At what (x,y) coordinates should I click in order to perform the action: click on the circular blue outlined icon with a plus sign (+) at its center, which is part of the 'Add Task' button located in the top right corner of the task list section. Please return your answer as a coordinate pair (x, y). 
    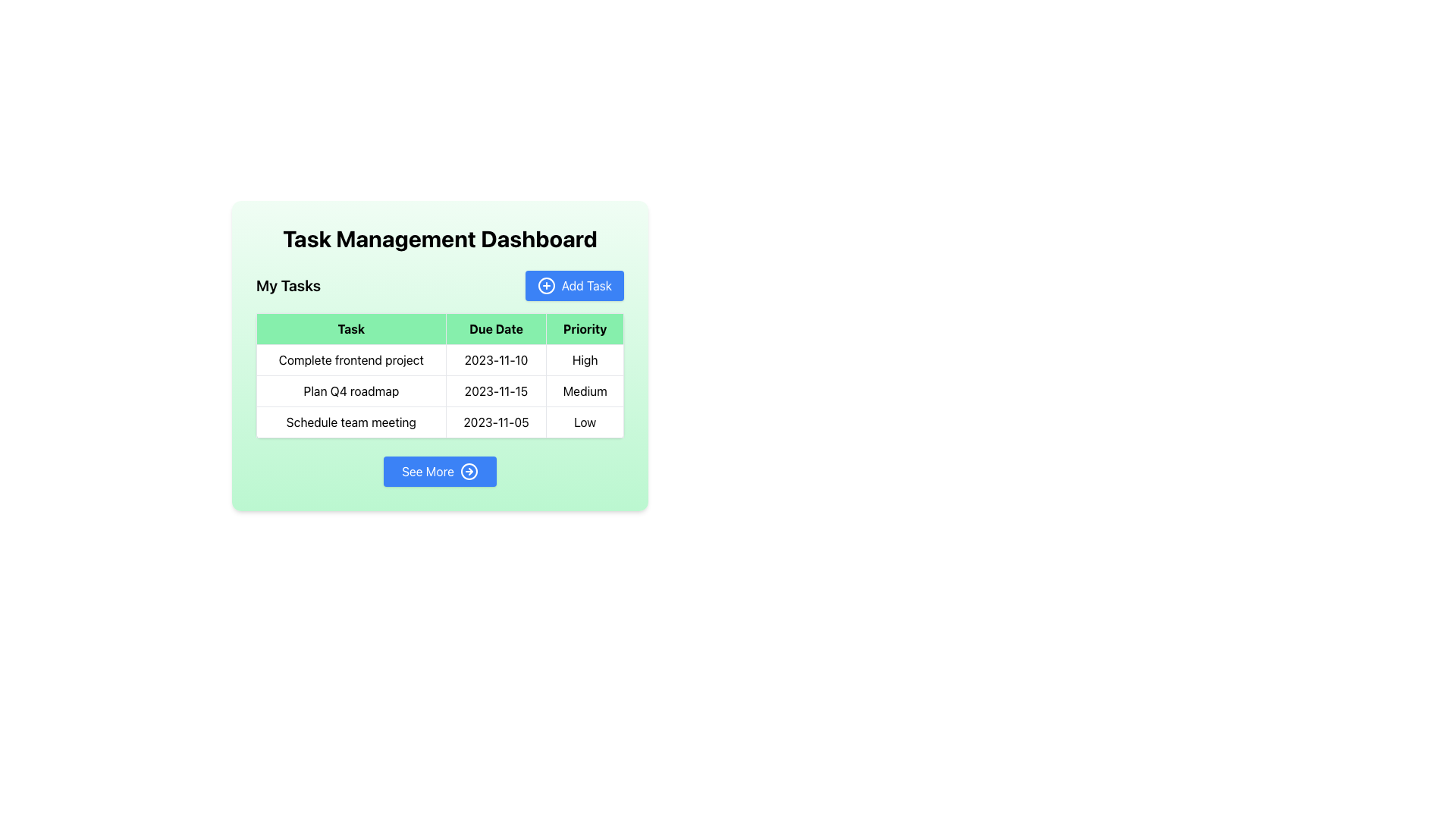
    Looking at the image, I should click on (546, 286).